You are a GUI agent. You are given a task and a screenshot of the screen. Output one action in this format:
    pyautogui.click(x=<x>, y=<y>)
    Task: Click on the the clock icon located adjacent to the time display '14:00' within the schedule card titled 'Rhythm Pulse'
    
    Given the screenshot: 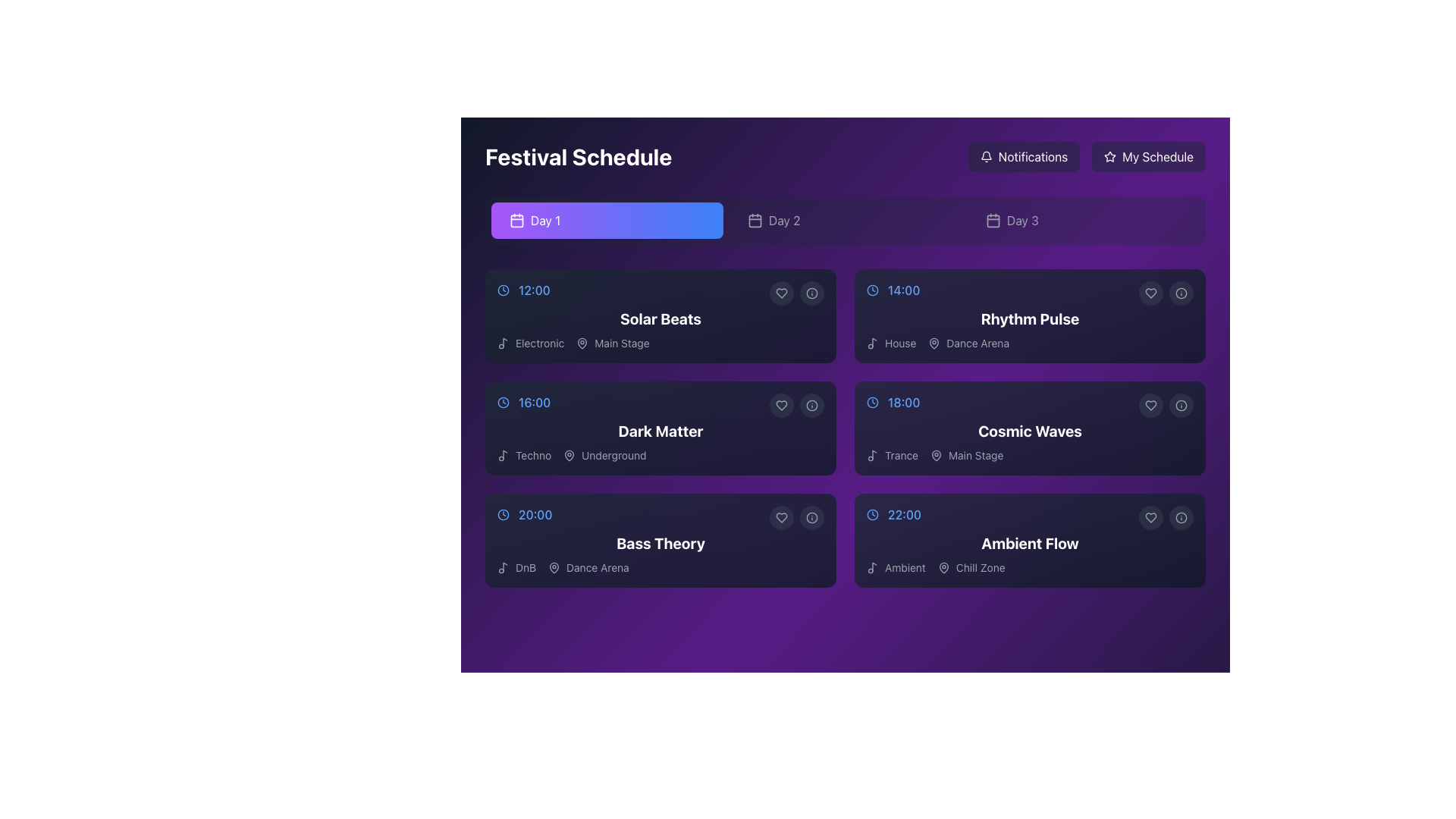 What is the action you would take?
    pyautogui.click(x=873, y=290)
    